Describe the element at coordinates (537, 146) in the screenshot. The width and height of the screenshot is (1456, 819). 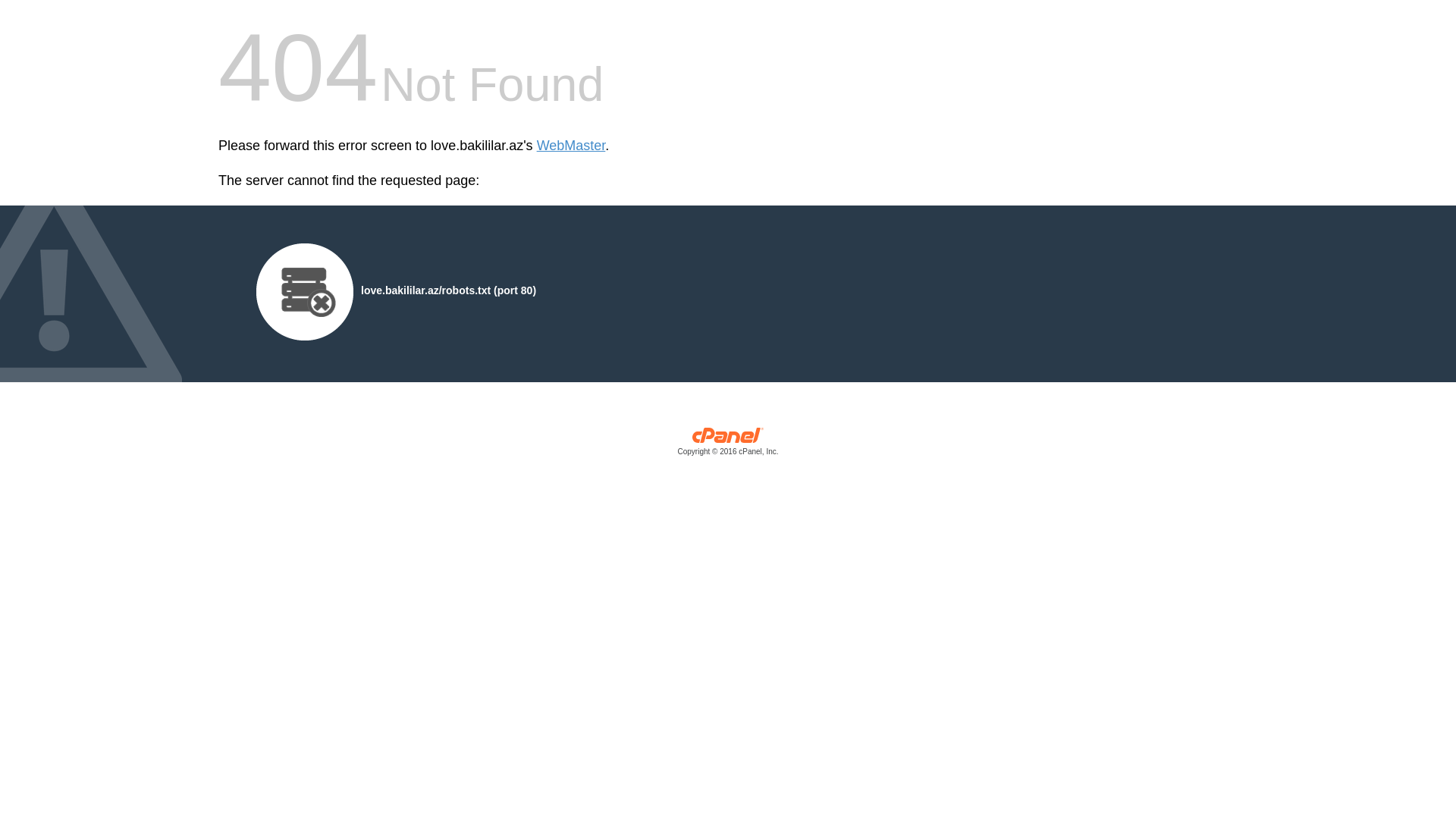
I see `'WebMaster'` at that location.